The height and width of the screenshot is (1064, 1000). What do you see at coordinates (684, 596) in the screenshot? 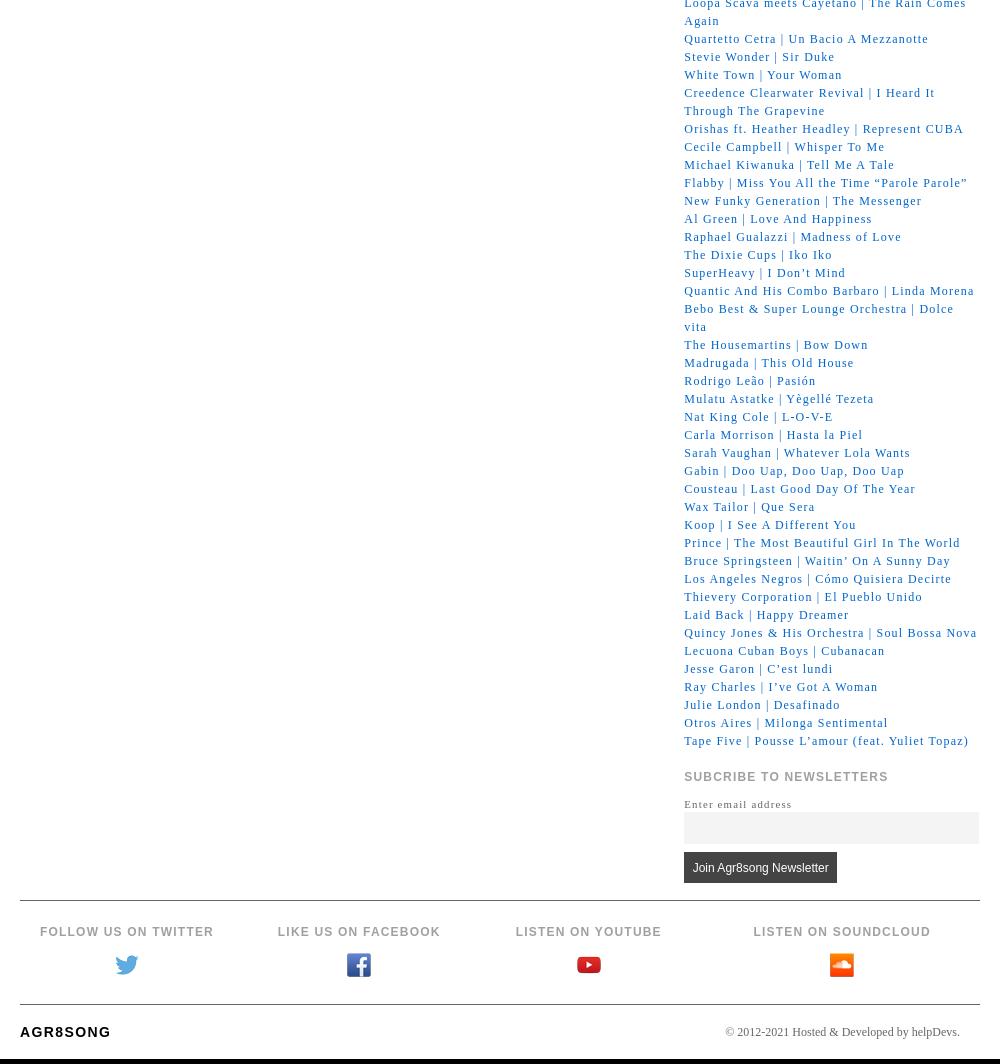
I see `'Thievery Corporation | El Pueblo Unido'` at bounding box center [684, 596].